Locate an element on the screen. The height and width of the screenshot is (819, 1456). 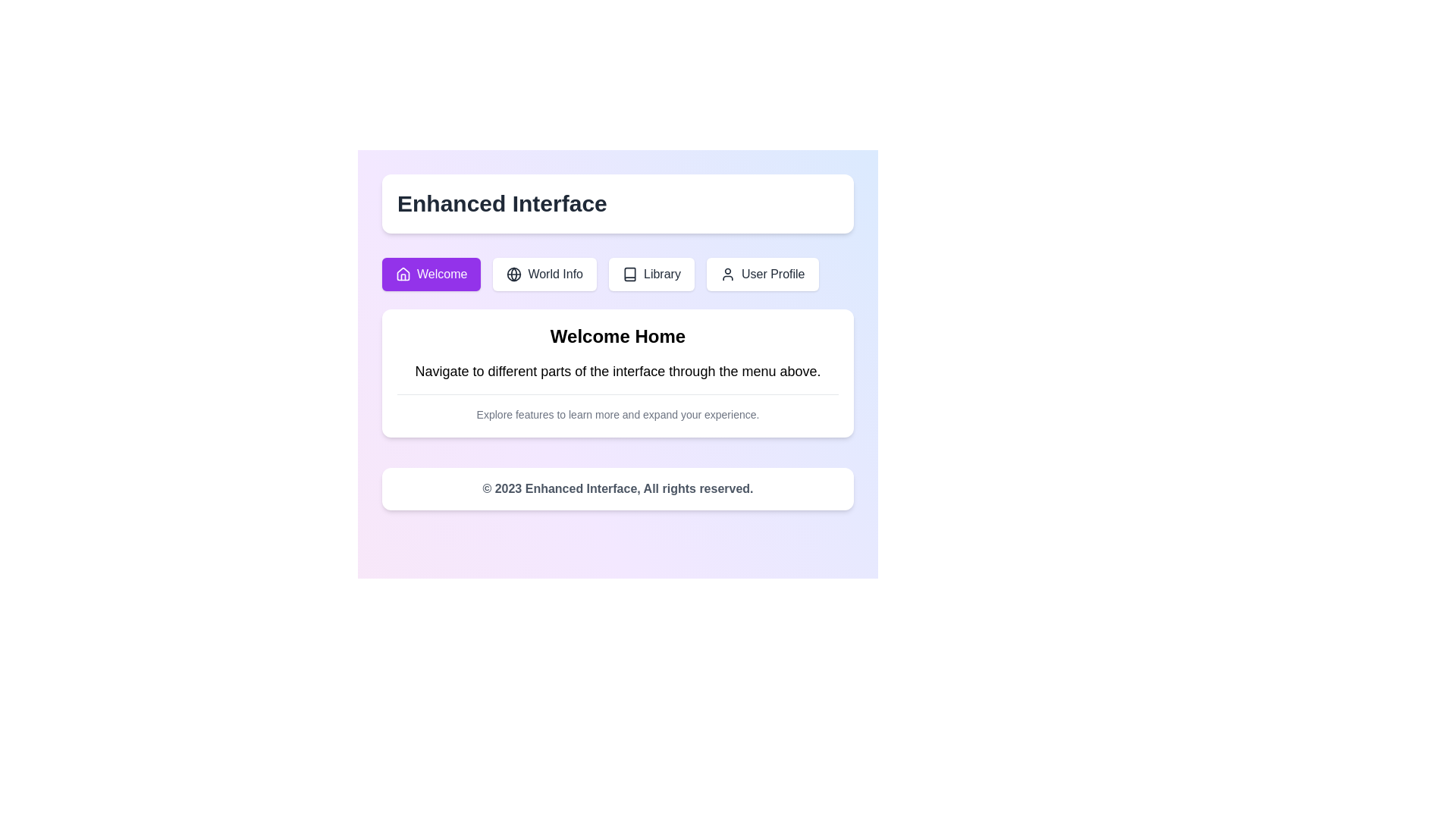
the 'World Info' button by clicking on the globe icon located on the left side of the button to trigger navigation is located at coordinates (514, 274).